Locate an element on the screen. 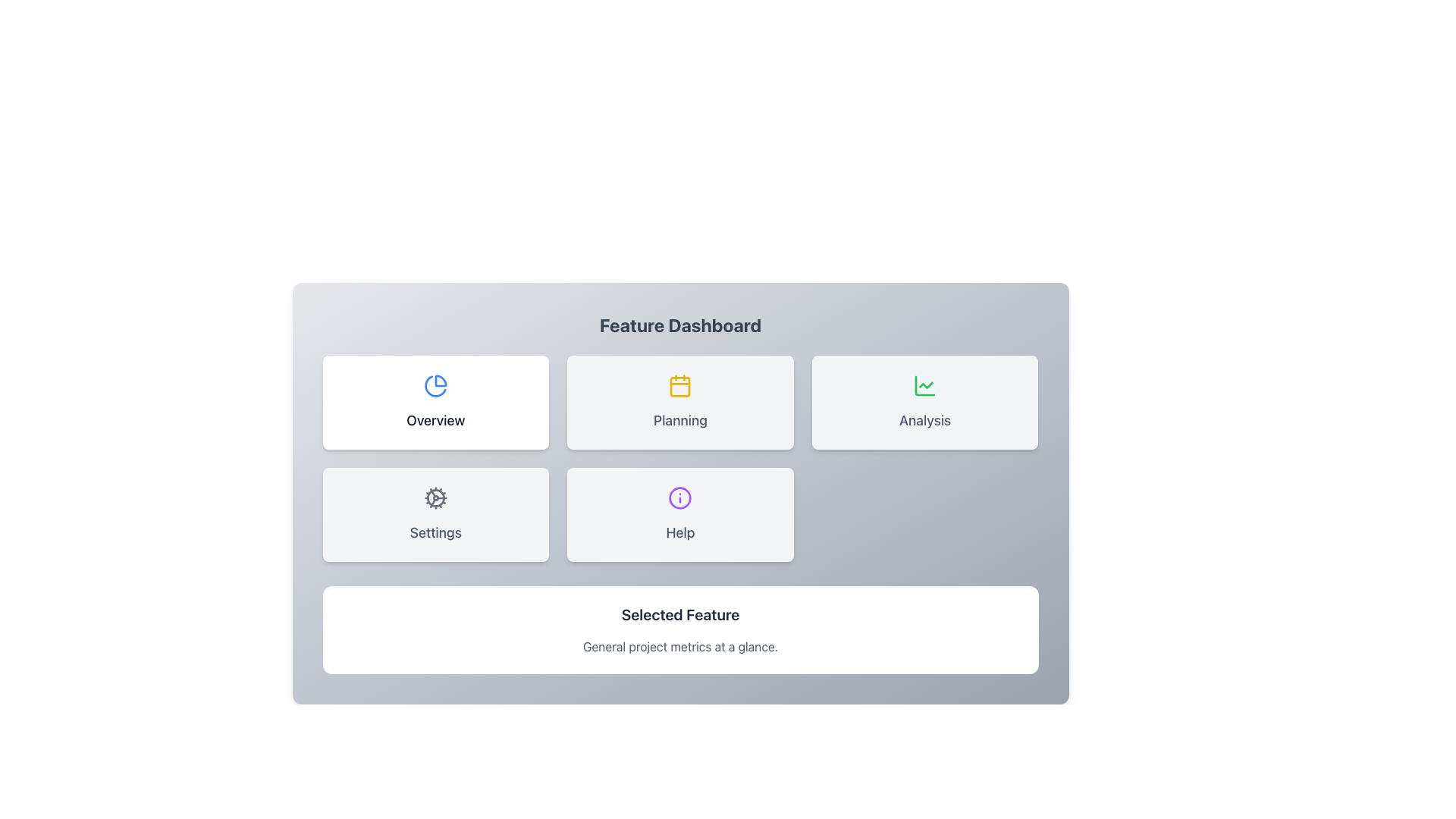 Image resolution: width=1456 pixels, height=819 pixels. the Interactive card located in the middle-bottom of the grid layout is located at coordinates (679, 513).